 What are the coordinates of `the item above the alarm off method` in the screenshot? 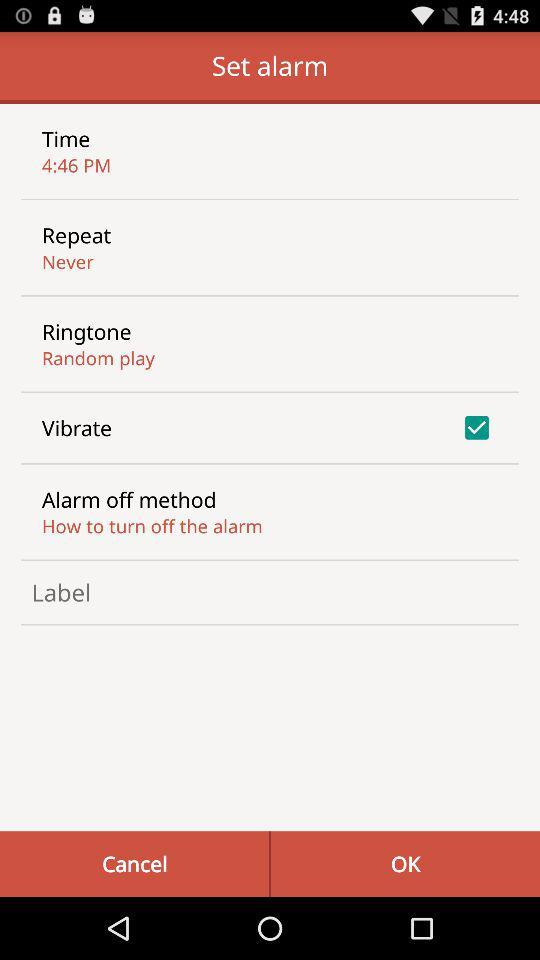 It's located at (76, 428).